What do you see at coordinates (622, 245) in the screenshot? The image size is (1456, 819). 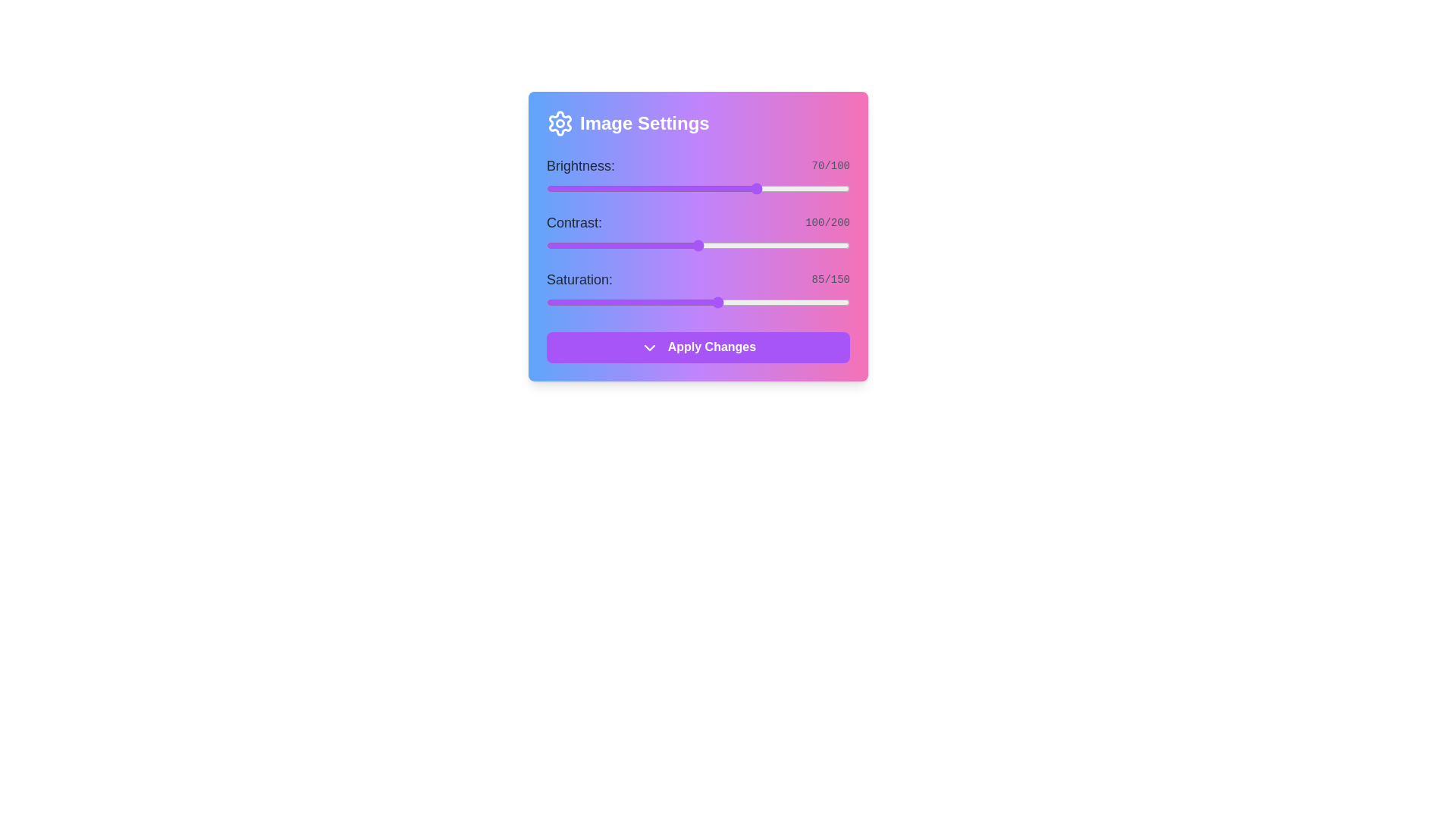 I see `the contrast slider to 50 value` at bounding box center [622, 245].